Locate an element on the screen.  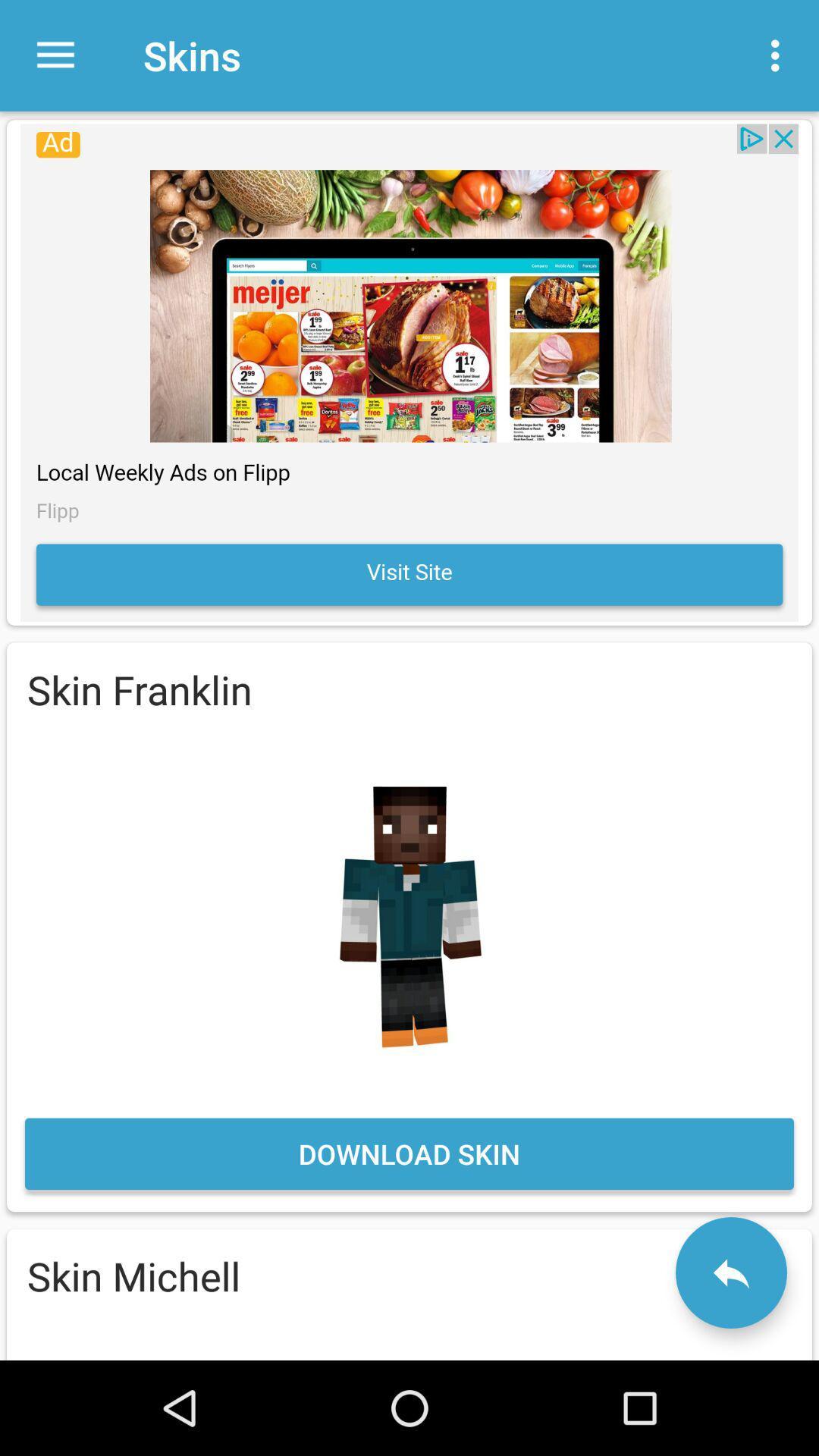
back button is located at coordinates (730, 1272).